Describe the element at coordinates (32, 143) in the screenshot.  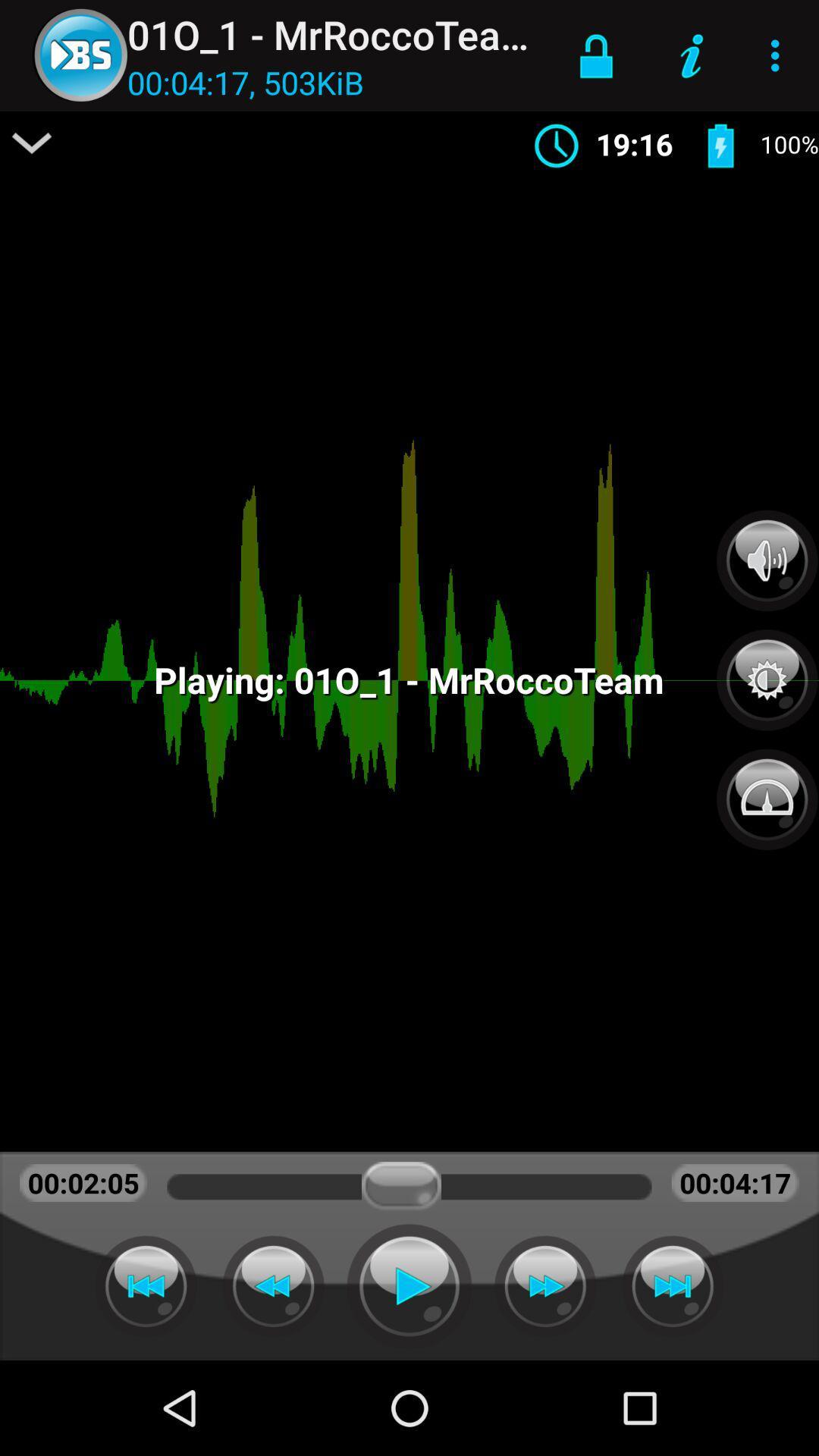
I see `item to the left of 00 04 17` at that location.